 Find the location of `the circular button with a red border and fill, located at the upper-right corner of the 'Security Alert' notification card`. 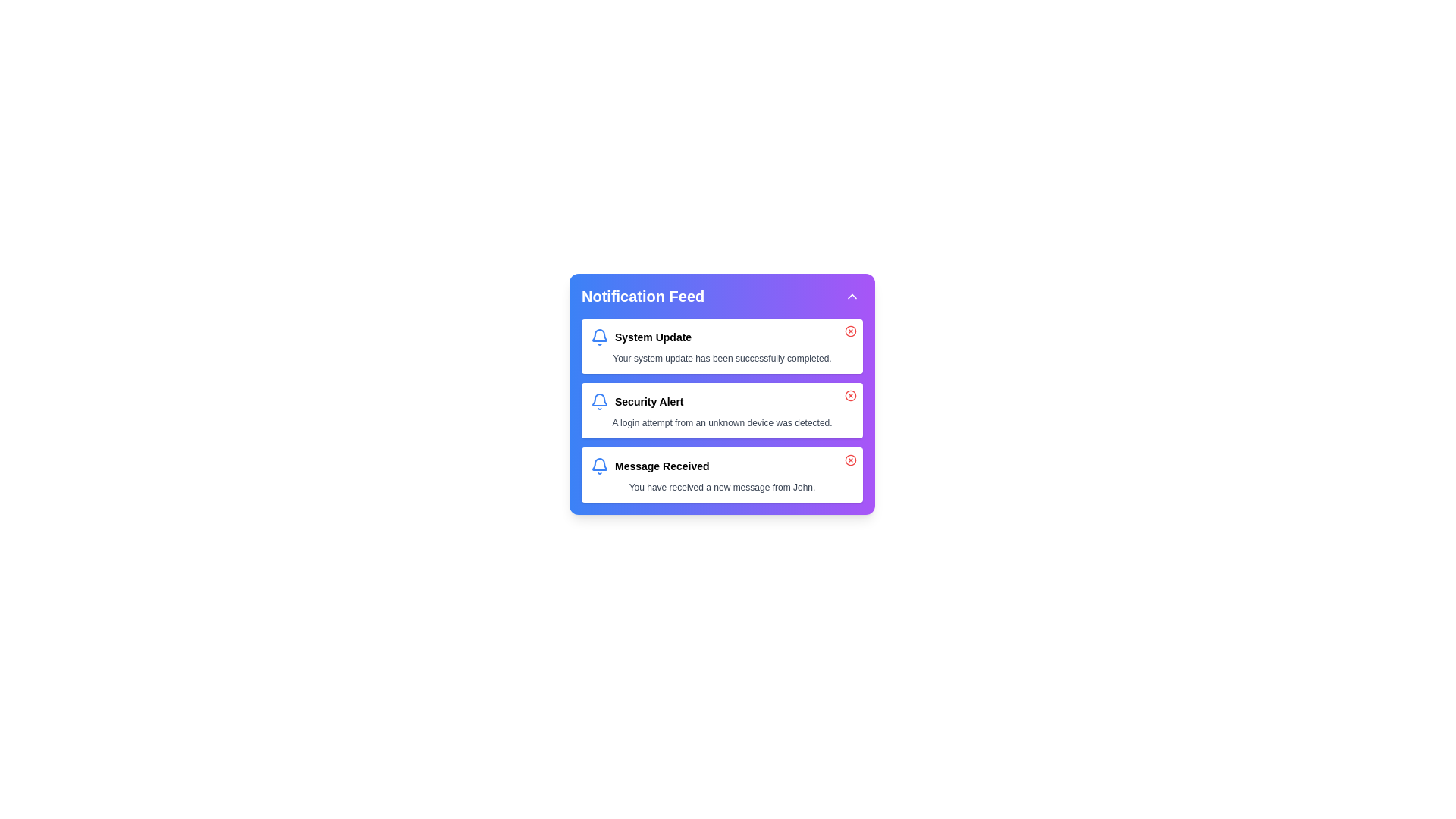

the circular button with a red border and fill, located at the upper-right corner of the 'Security Alert' notification card is located at coordinates (851, 394).